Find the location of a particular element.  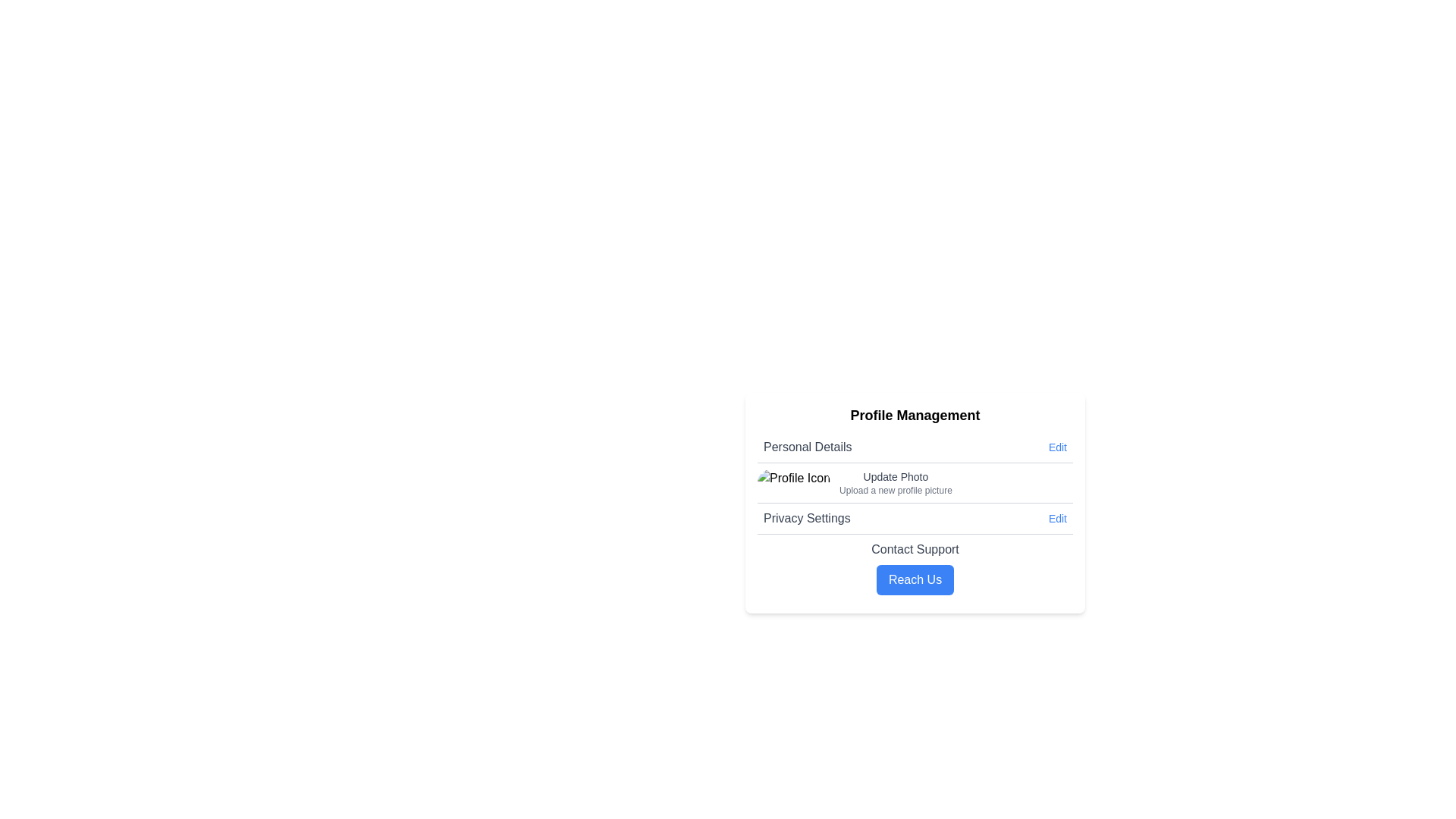

the Information display element that features a profile icon and the text 'Update Photo' followed by 'Upload a new profile picture', located in the 'Profile Management' section is located at coordinates (914, 482).